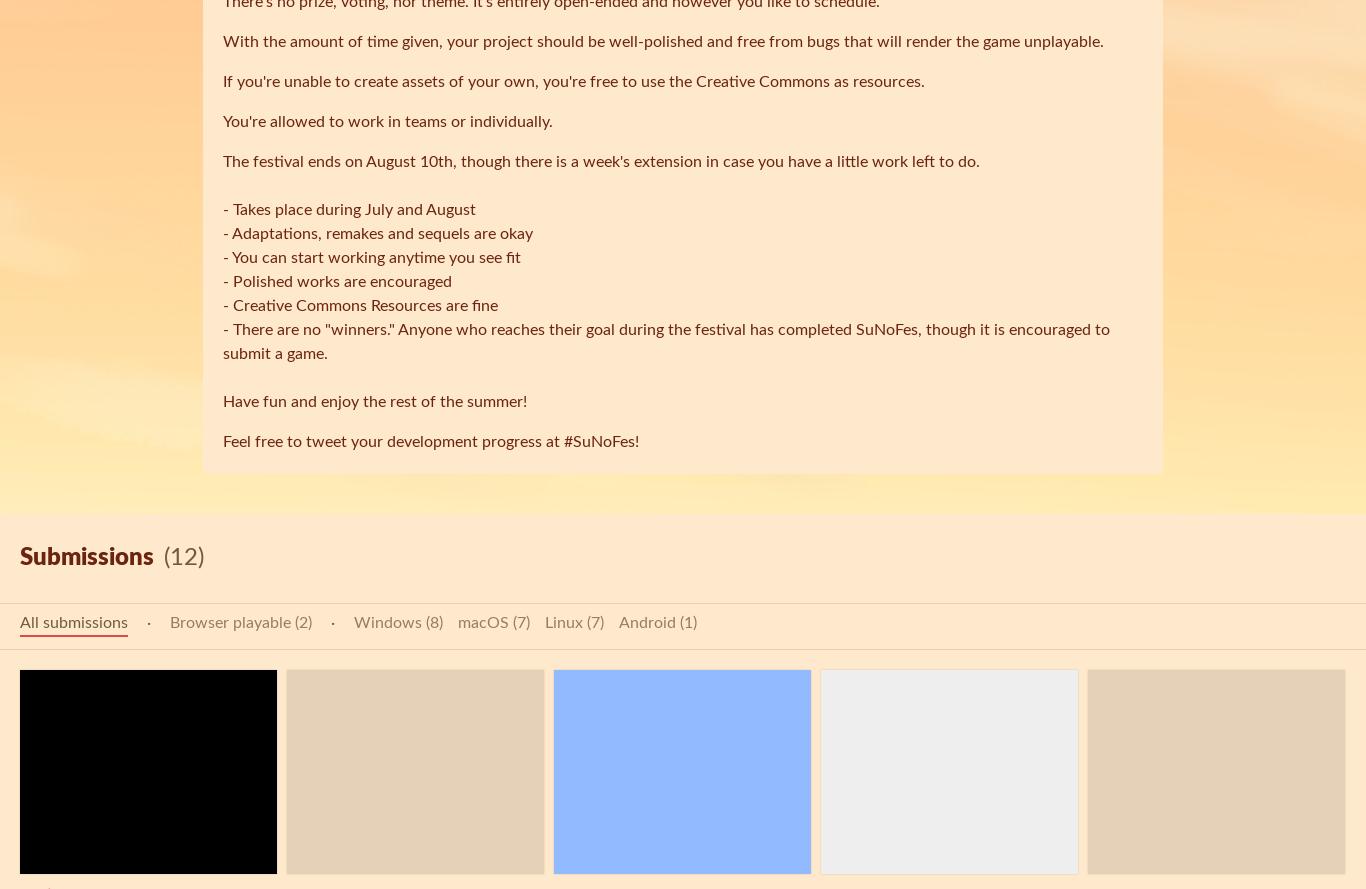  I want to click on '- Creative Commons Resources are fine', so click(359, 305).